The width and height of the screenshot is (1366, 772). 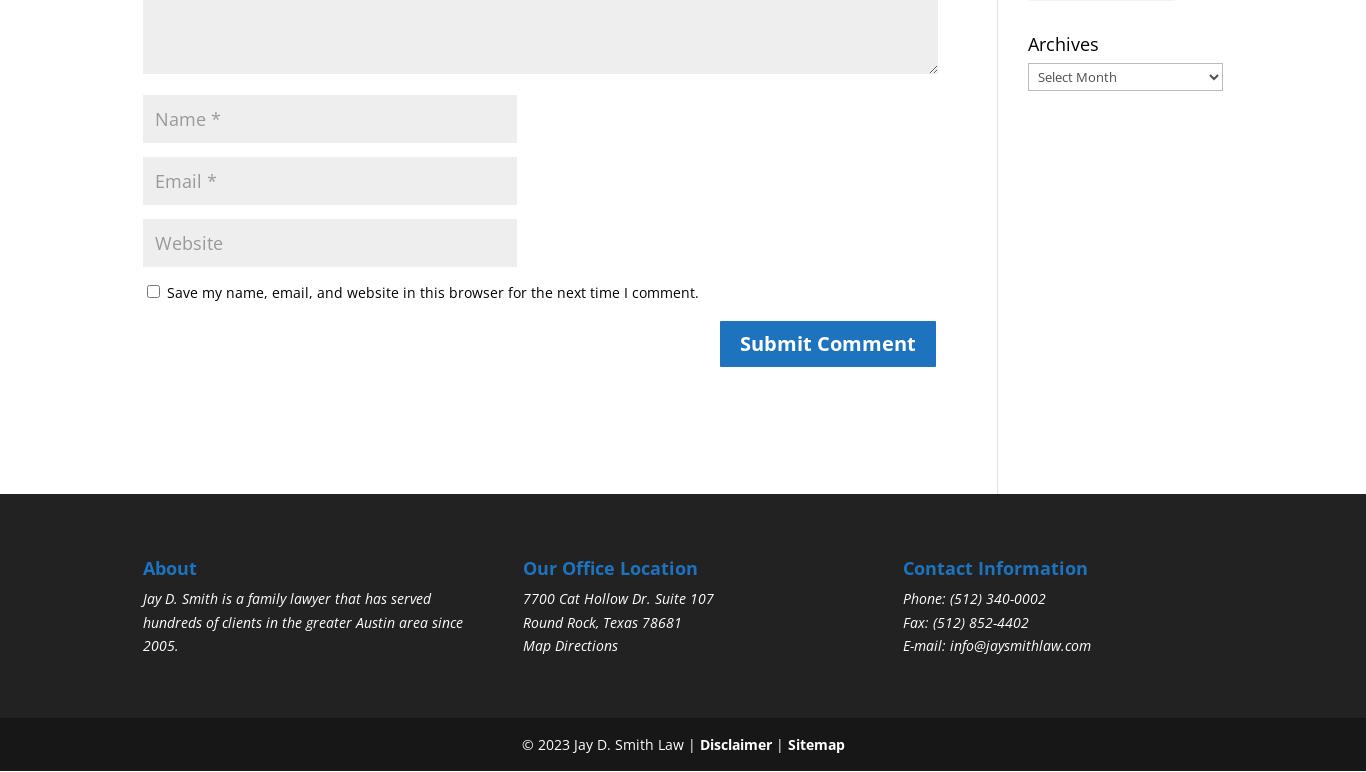 What do you see at coordinates (632, 742) in the screenshot?
I see `'Jay D. Smith Law |'` at bounding box center [632, 742].